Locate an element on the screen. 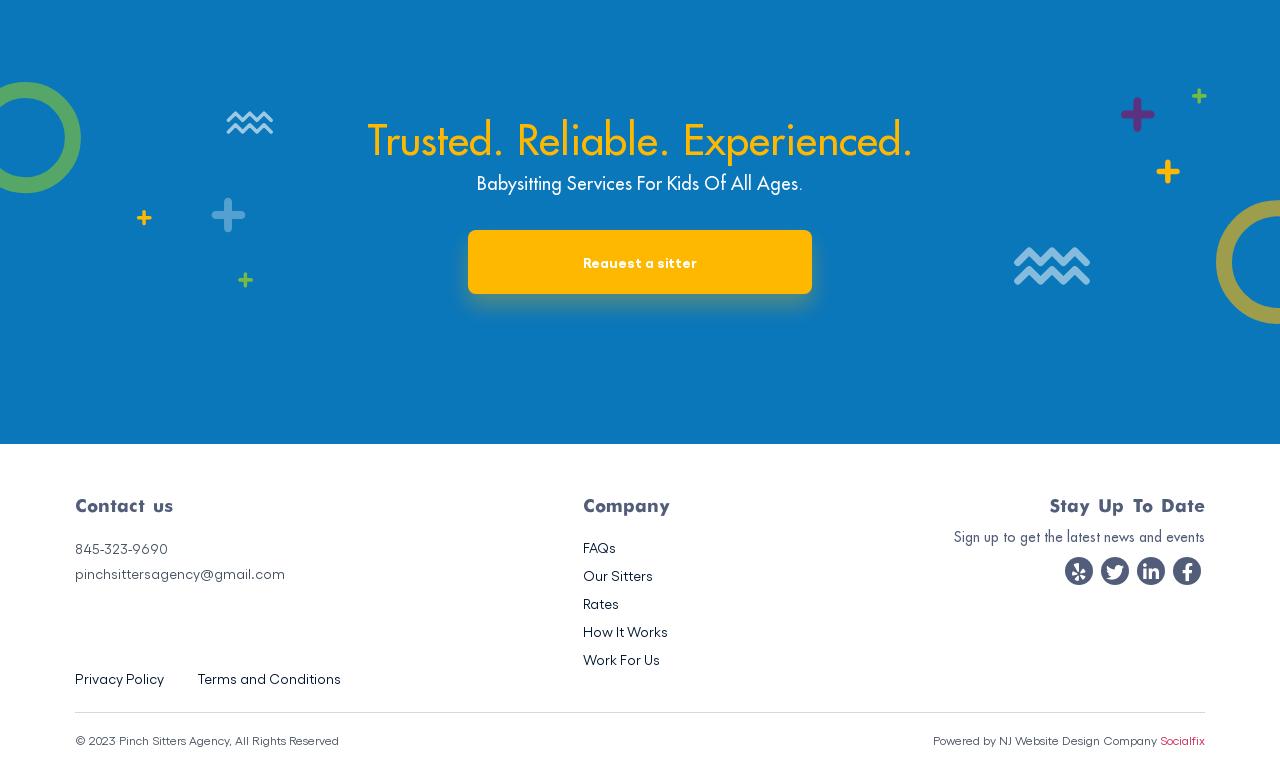 This screenshot has height=766, width=1280. '845-323-9690' is located at coordinates (120, 547).